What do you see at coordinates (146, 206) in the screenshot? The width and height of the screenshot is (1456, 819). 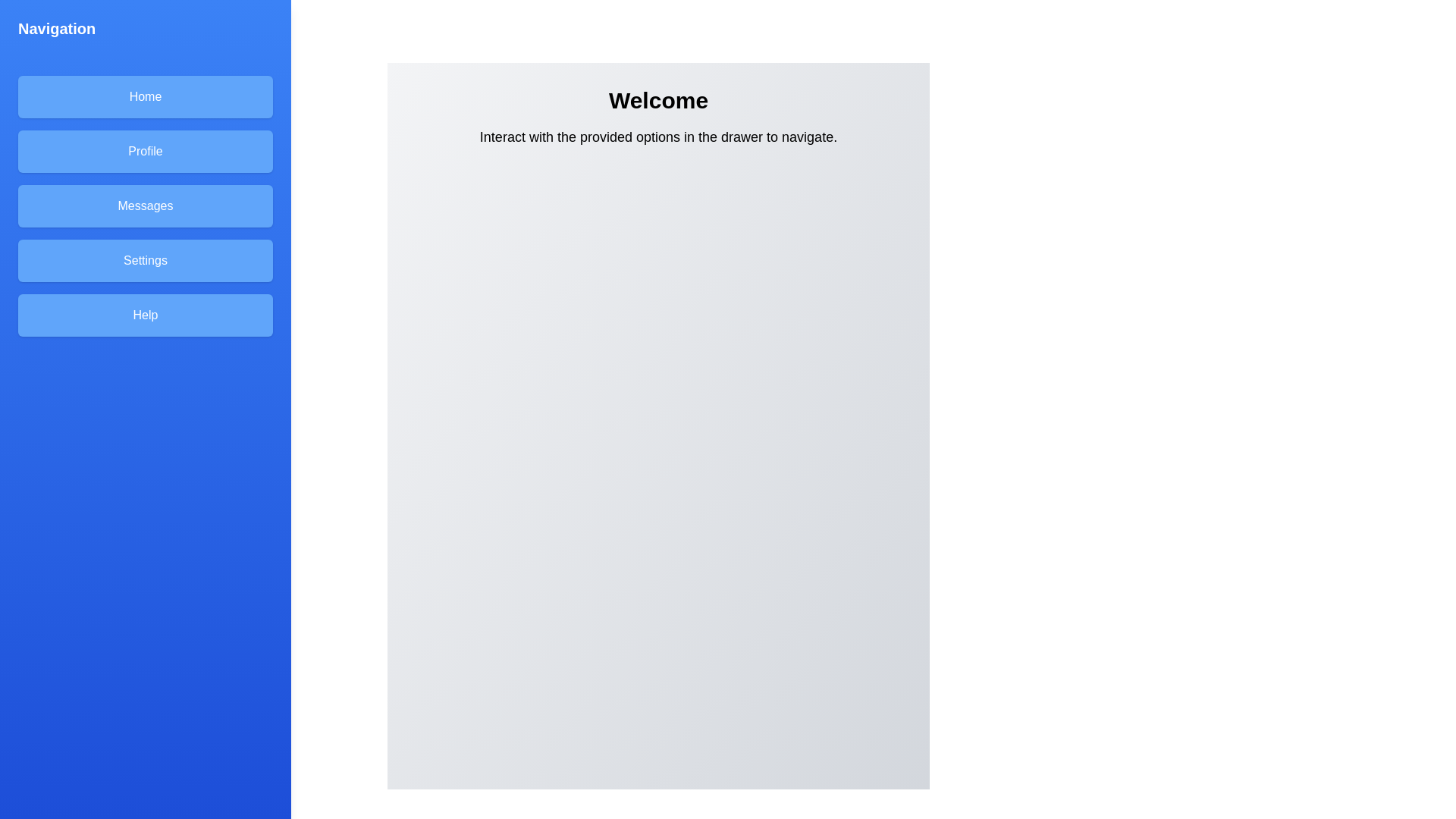 I see `the Messages in the navigation drawer to navigate` at bounding box center [146, 206].